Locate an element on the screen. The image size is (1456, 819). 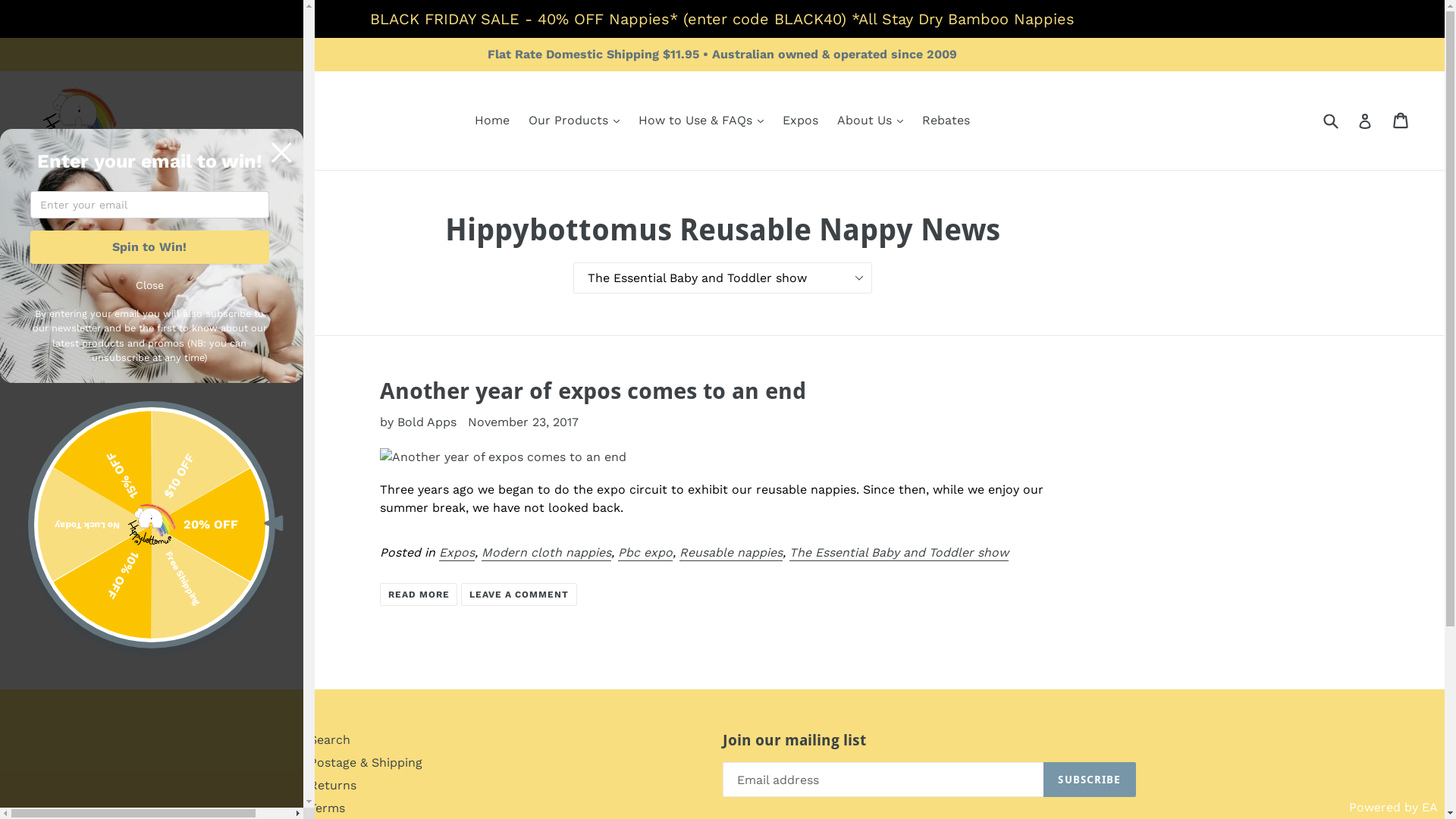
'Spin to Win!' is located at coordinates (149, 246).